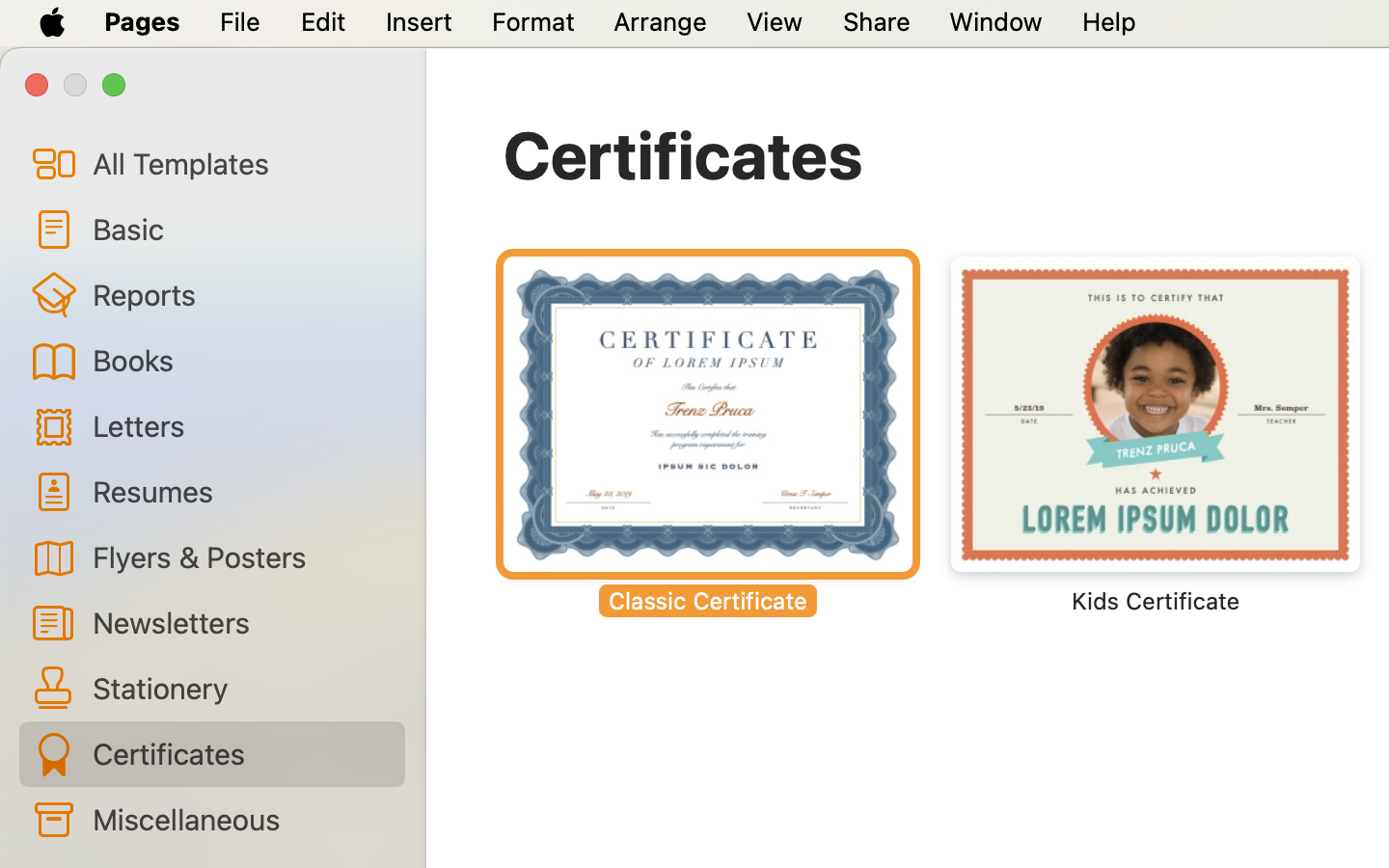 The height and width of the screenshot is (868, 1389). Describe the element at coordinates (239, 359) in the screenshot. I see `'Books'` at that location.